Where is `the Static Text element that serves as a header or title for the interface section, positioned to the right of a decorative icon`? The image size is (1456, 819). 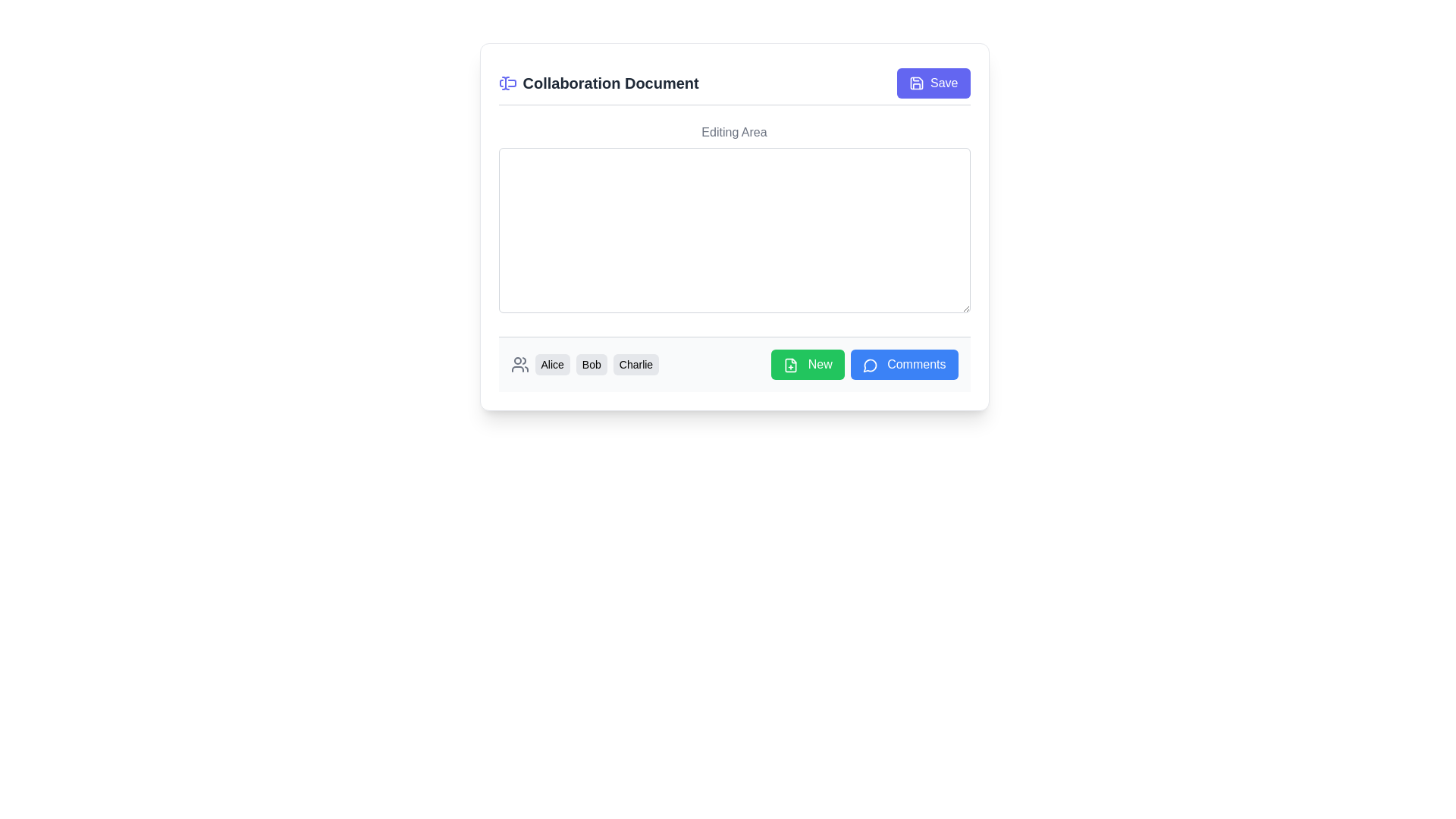 the Static Text element that serves as a header or title for the interface section, positioned to the right of a decorative icon is located at coordinates (598, 83).